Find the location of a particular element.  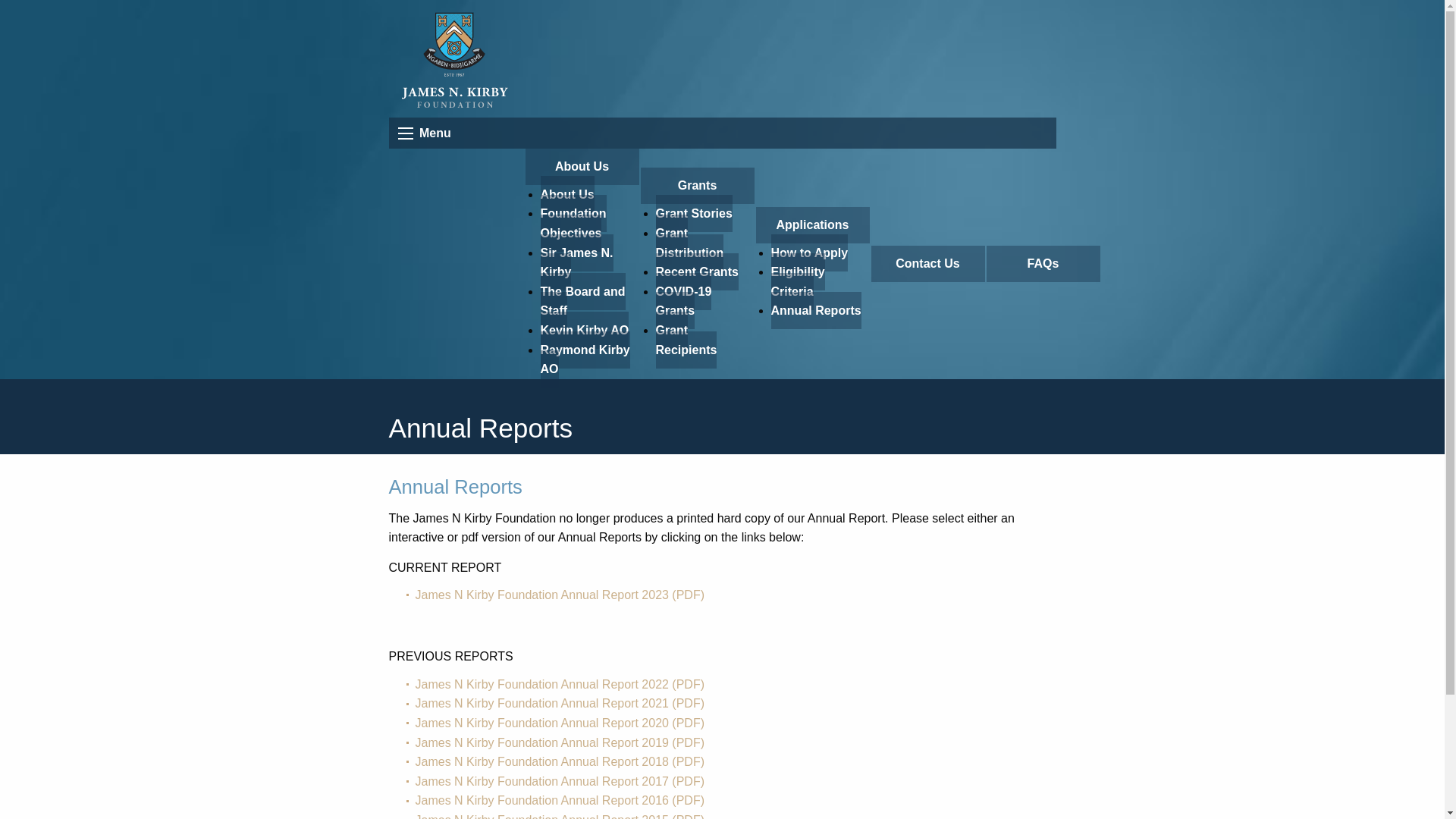

'Foundation Objectives' is located at coordinates (572, 223).